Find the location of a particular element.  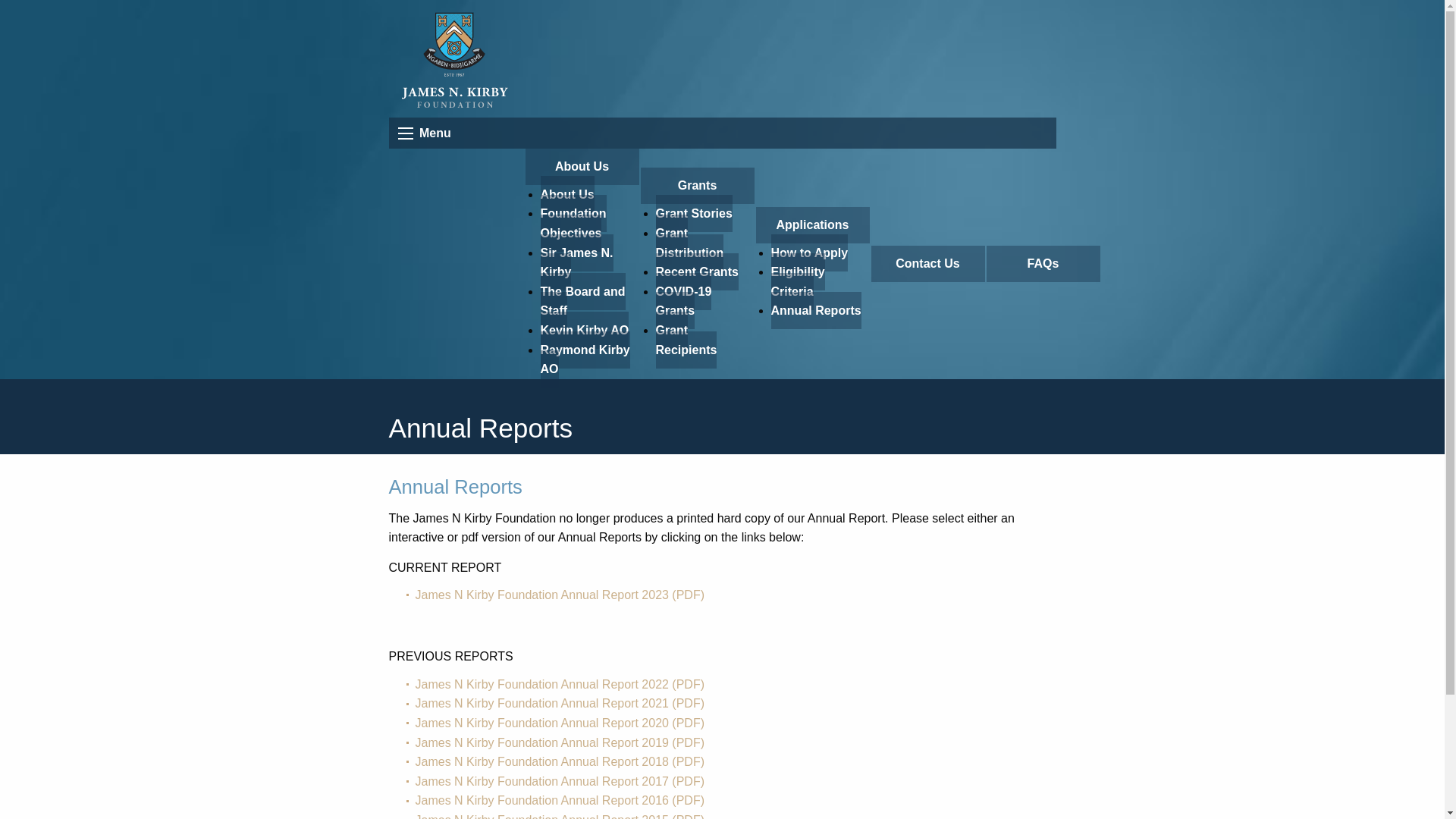

'Foundation Objectives' is located at coordinates (572, 223).